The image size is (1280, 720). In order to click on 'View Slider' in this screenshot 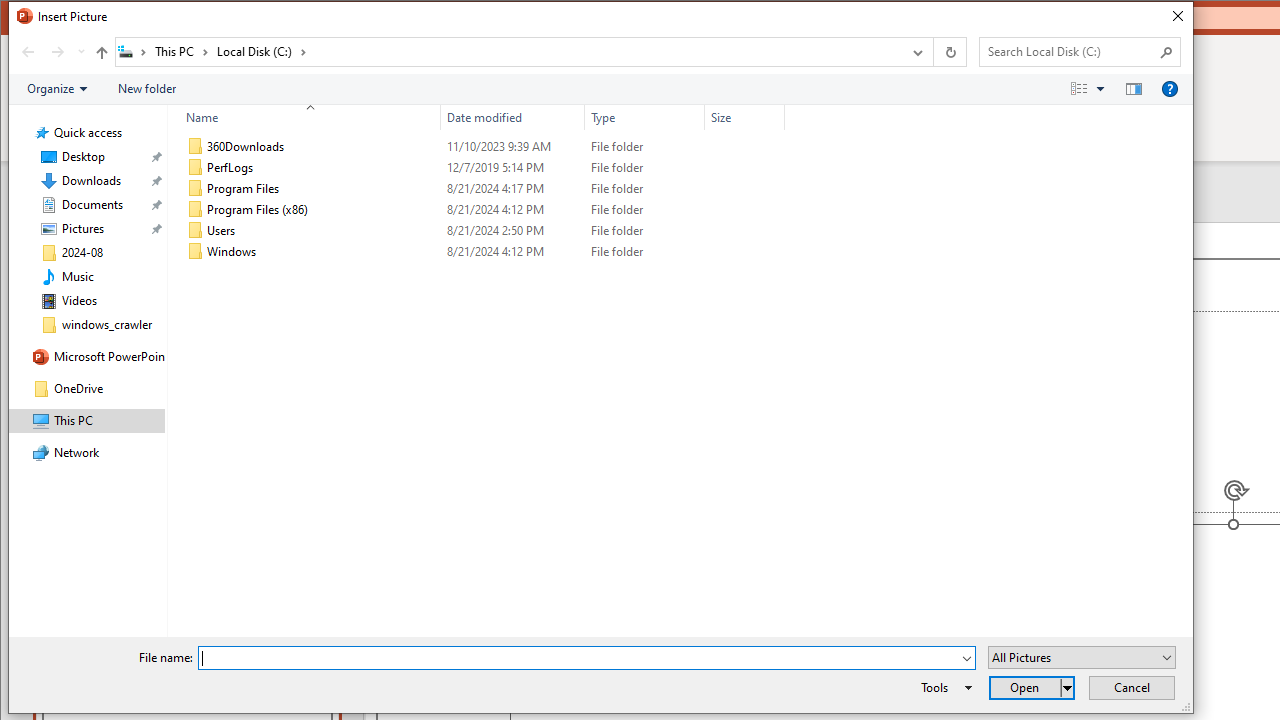, I will do `click(1099, 88)`.